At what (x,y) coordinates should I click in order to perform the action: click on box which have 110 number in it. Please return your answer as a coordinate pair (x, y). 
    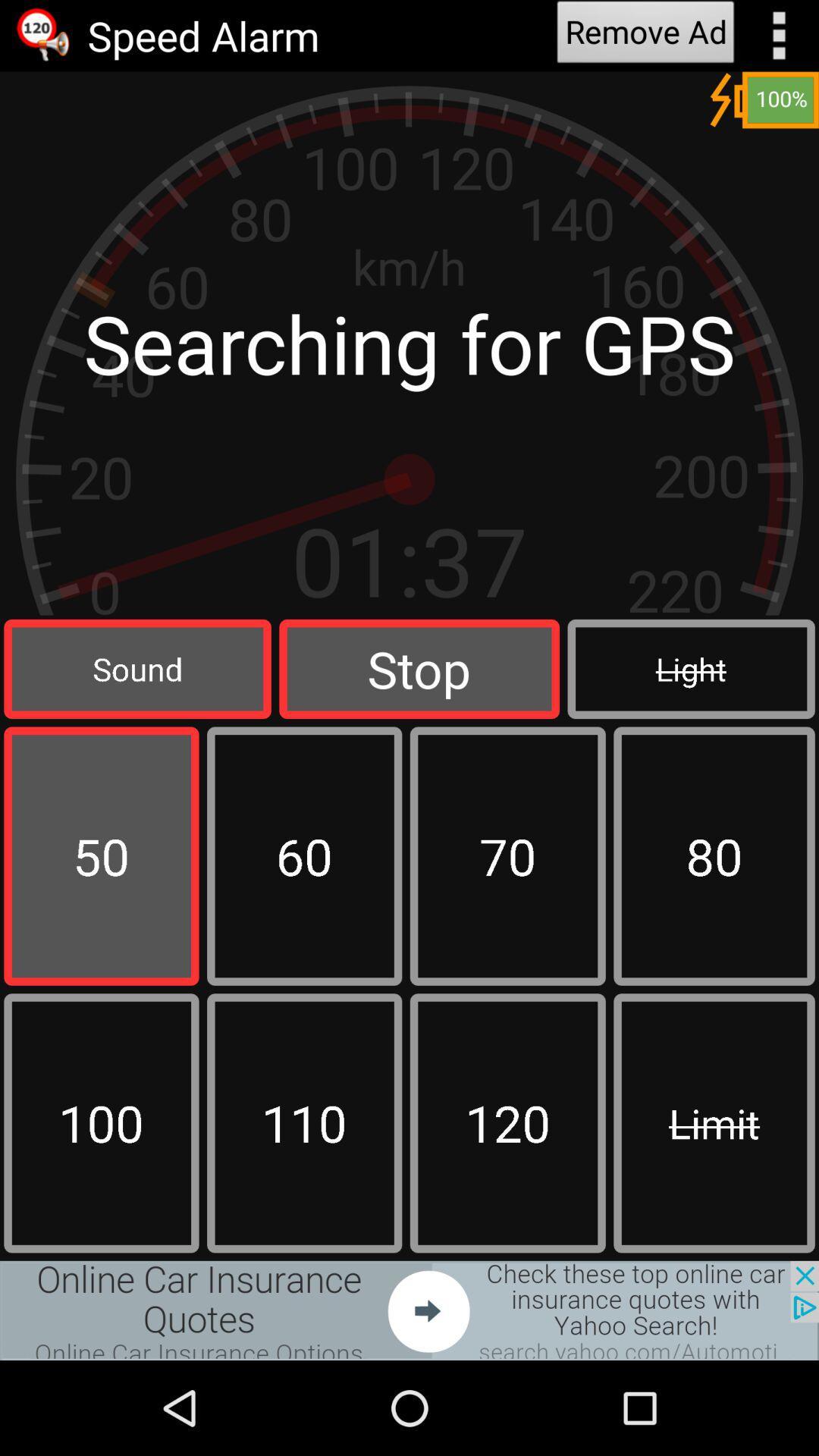
    Looking at the image, I should click on (304, 1123).